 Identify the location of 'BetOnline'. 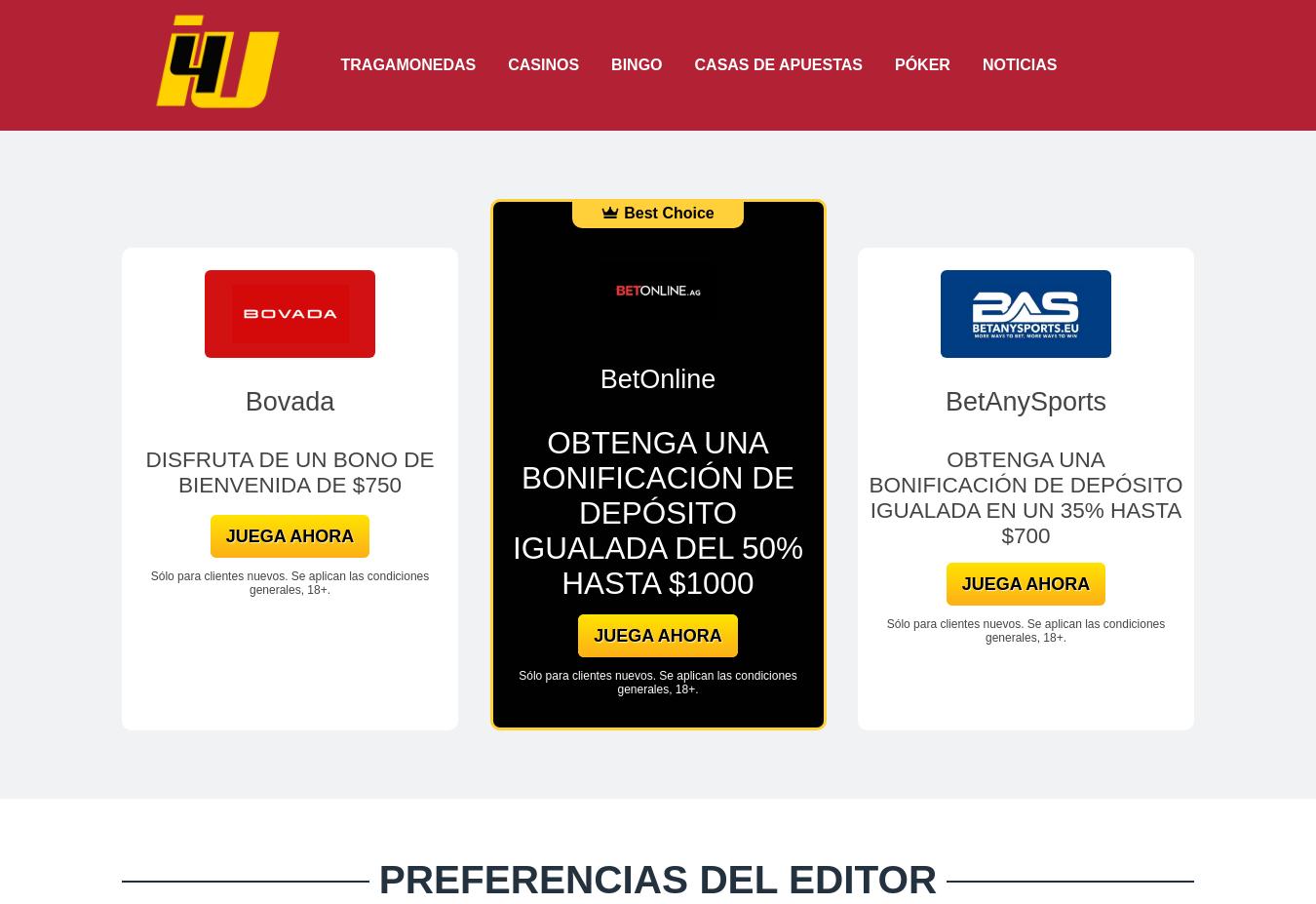
(657, 377).